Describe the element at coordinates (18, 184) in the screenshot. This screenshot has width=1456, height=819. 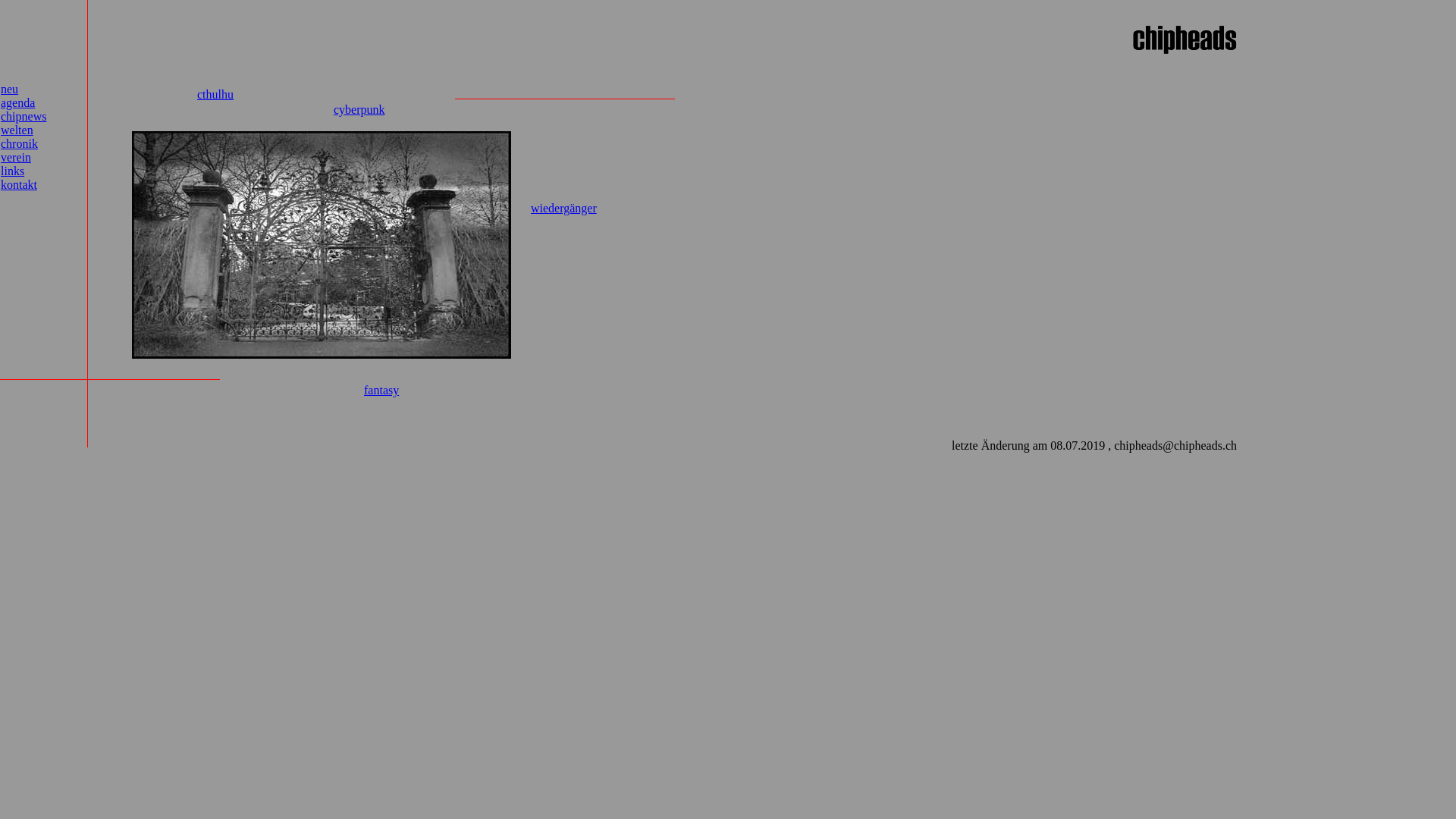
I see `'kontakt'` at that location.